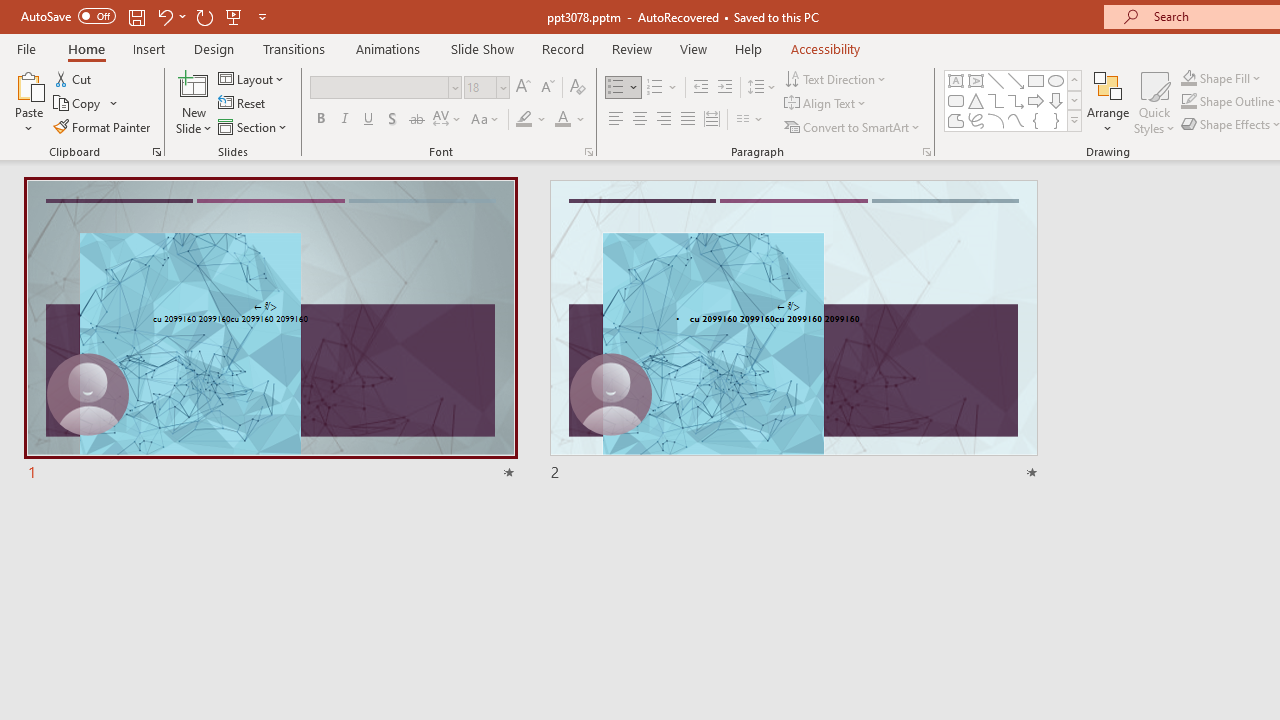  I want to click on 'Insert', so click(148, 48).